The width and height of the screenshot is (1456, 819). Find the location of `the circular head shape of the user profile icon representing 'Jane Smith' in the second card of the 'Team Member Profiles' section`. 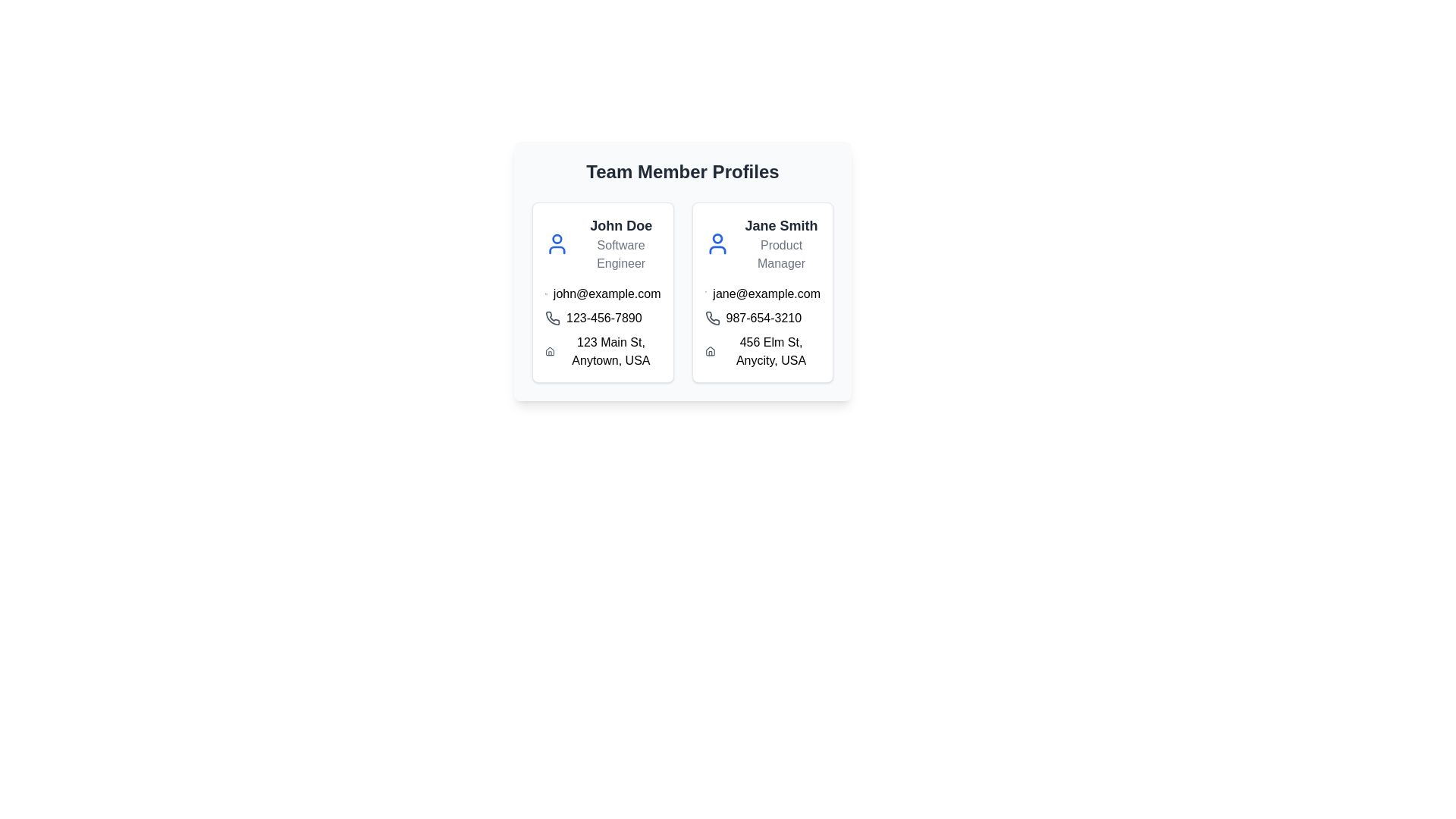

the circular head shape of the user profile icon representing 'Jane Smith' in the second card of the 'Team Member Profiles' section is located at coordinates (717, 239).